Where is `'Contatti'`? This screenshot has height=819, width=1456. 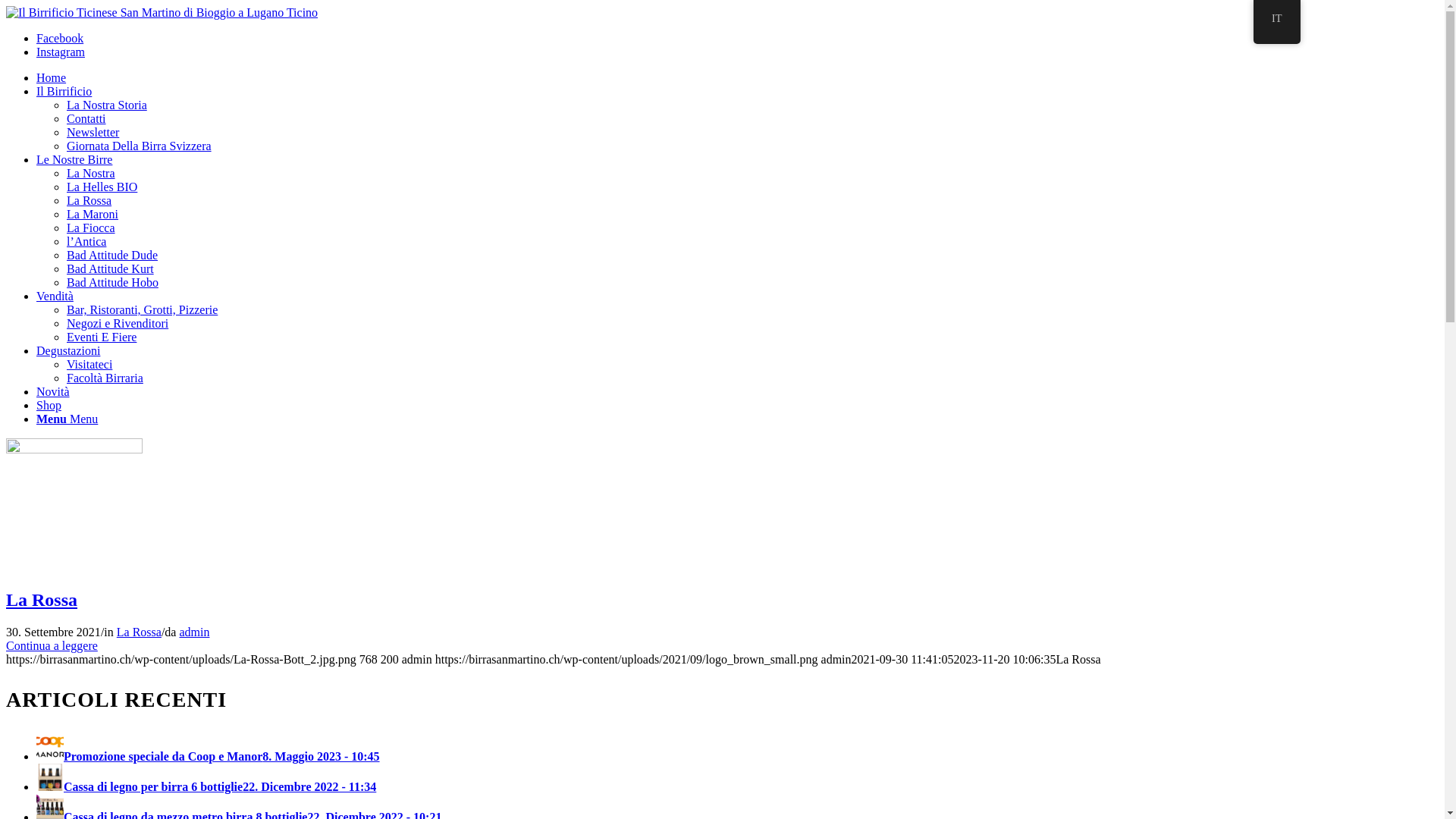 'Contatti' is located at coordinates (65, 118).